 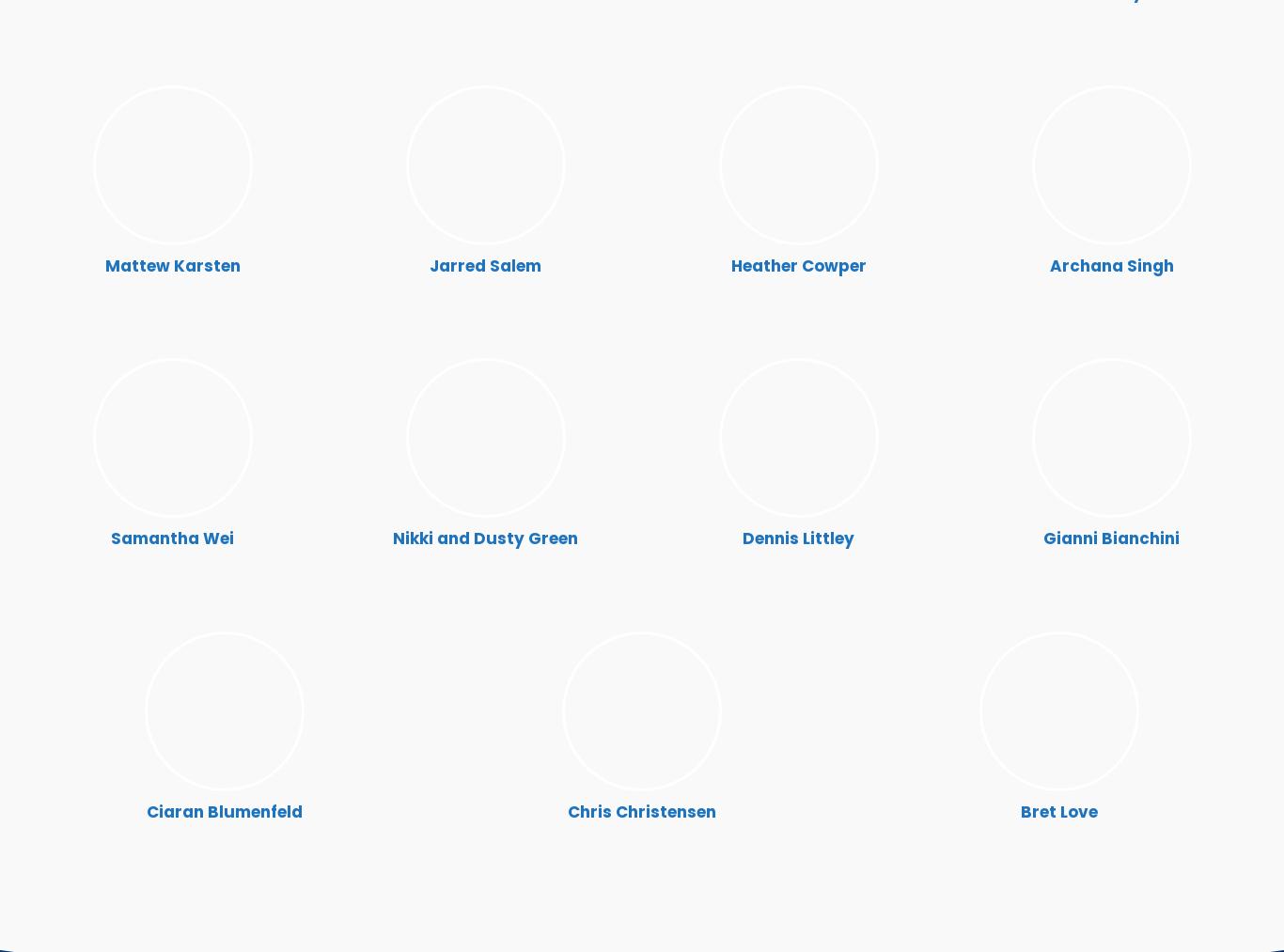 I want to click on 'Mattew Karsten', so click(x=171, y=264).